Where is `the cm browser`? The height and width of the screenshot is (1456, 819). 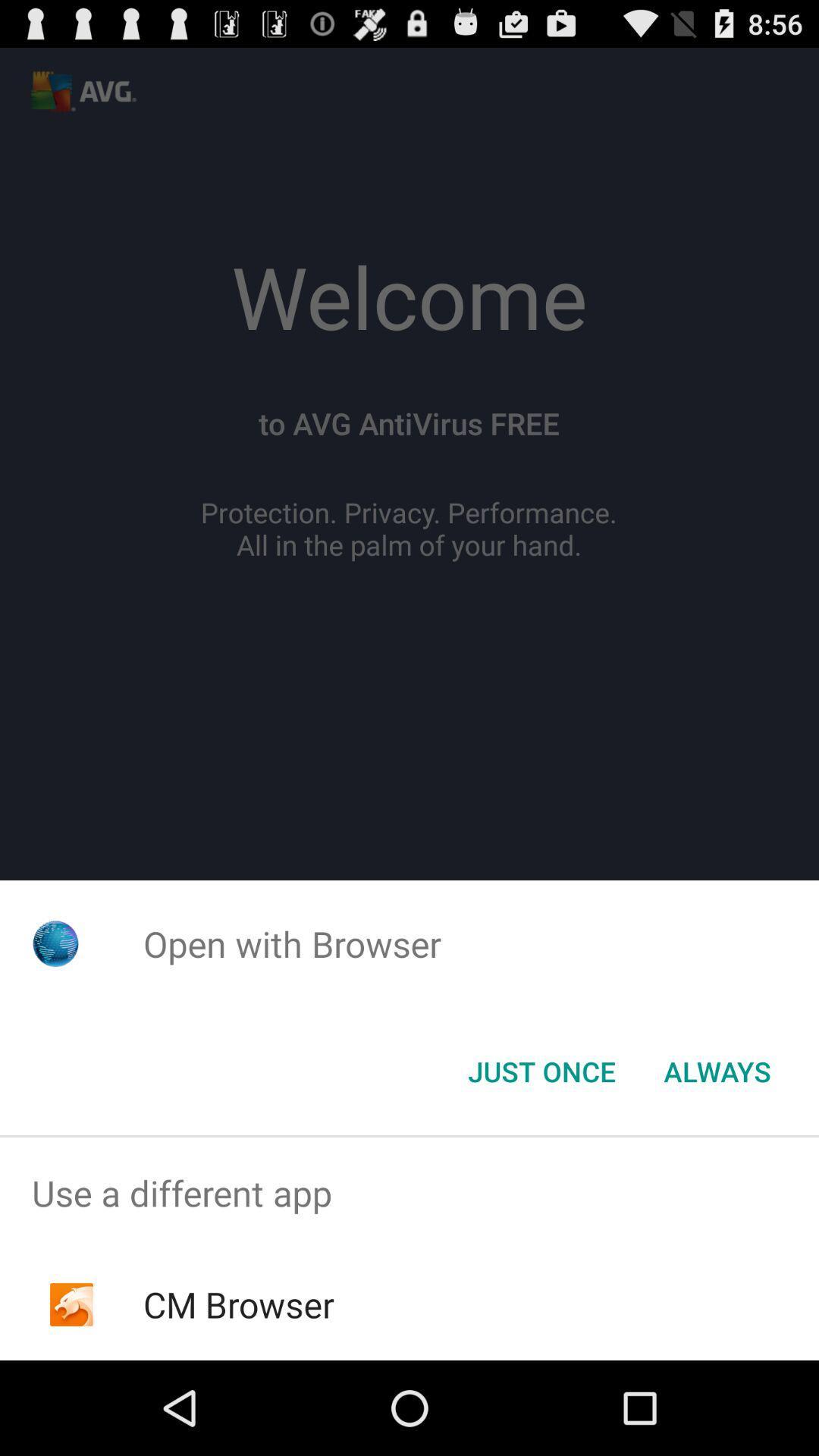
the cm browser is located at coordinates (239, 1304).